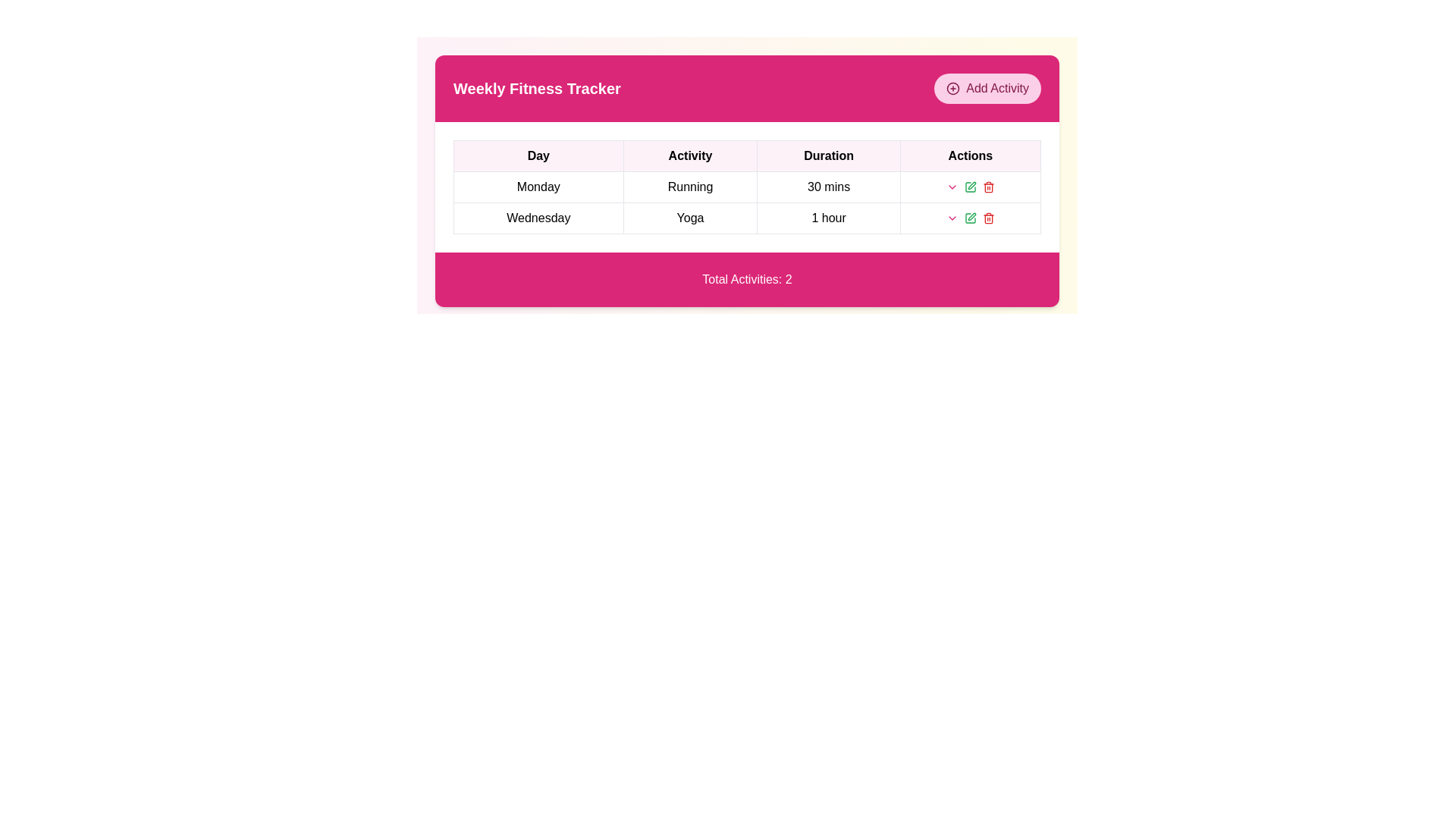 The width and height of the screenshot is (1456, 819). What do you see at coordinates (828, 218) in the screenshot?
I see `the text label displaying '1 hour' in the Duration column of the Yoga activity row for Wednesday, which is styled within a bordered cell in a table format` at bounding box center [828, 218].